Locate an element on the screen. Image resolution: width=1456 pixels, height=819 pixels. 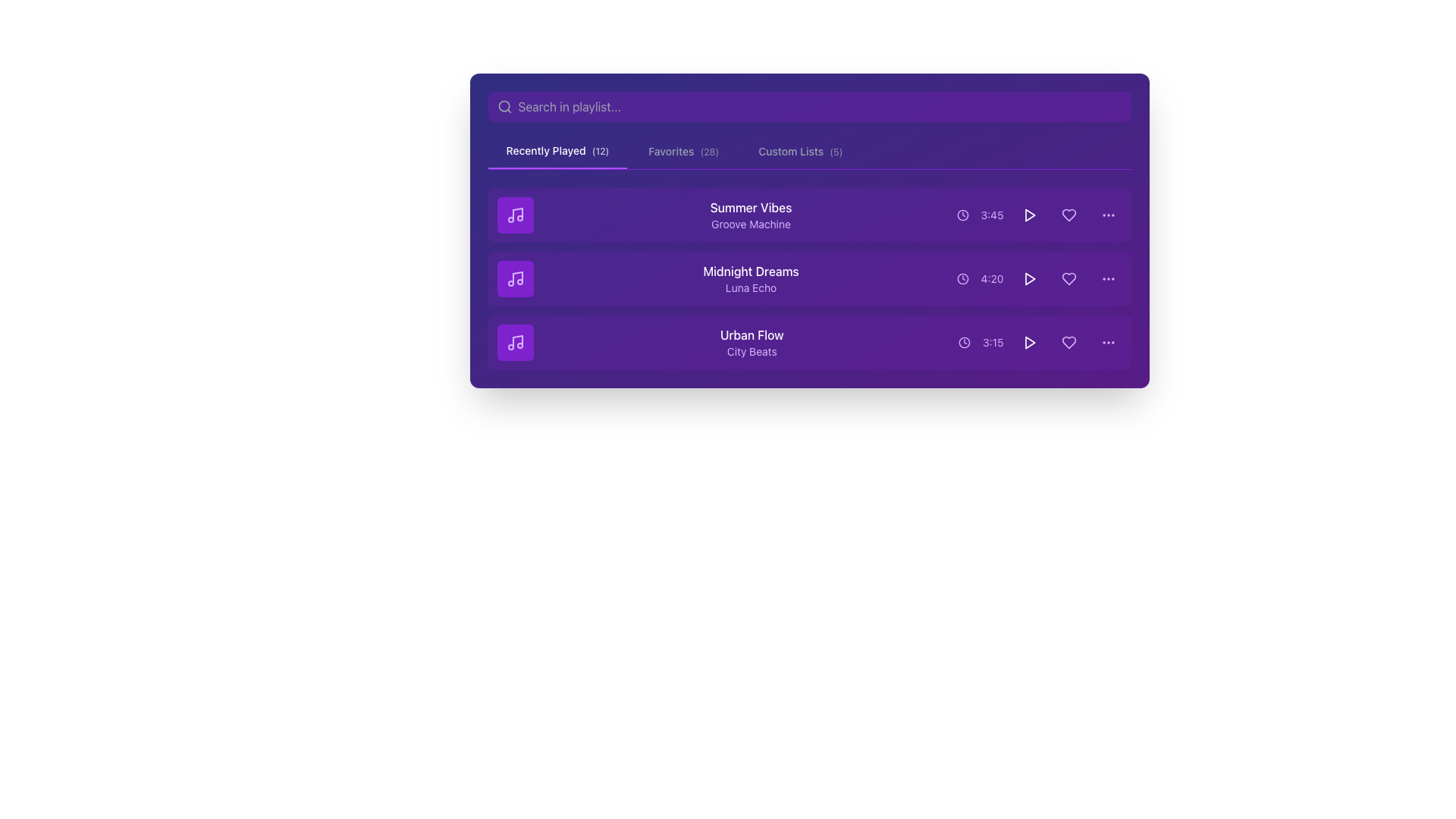
the time element of the second music track entry in the 'Recently Played' section is located at coordinates (808, 278).